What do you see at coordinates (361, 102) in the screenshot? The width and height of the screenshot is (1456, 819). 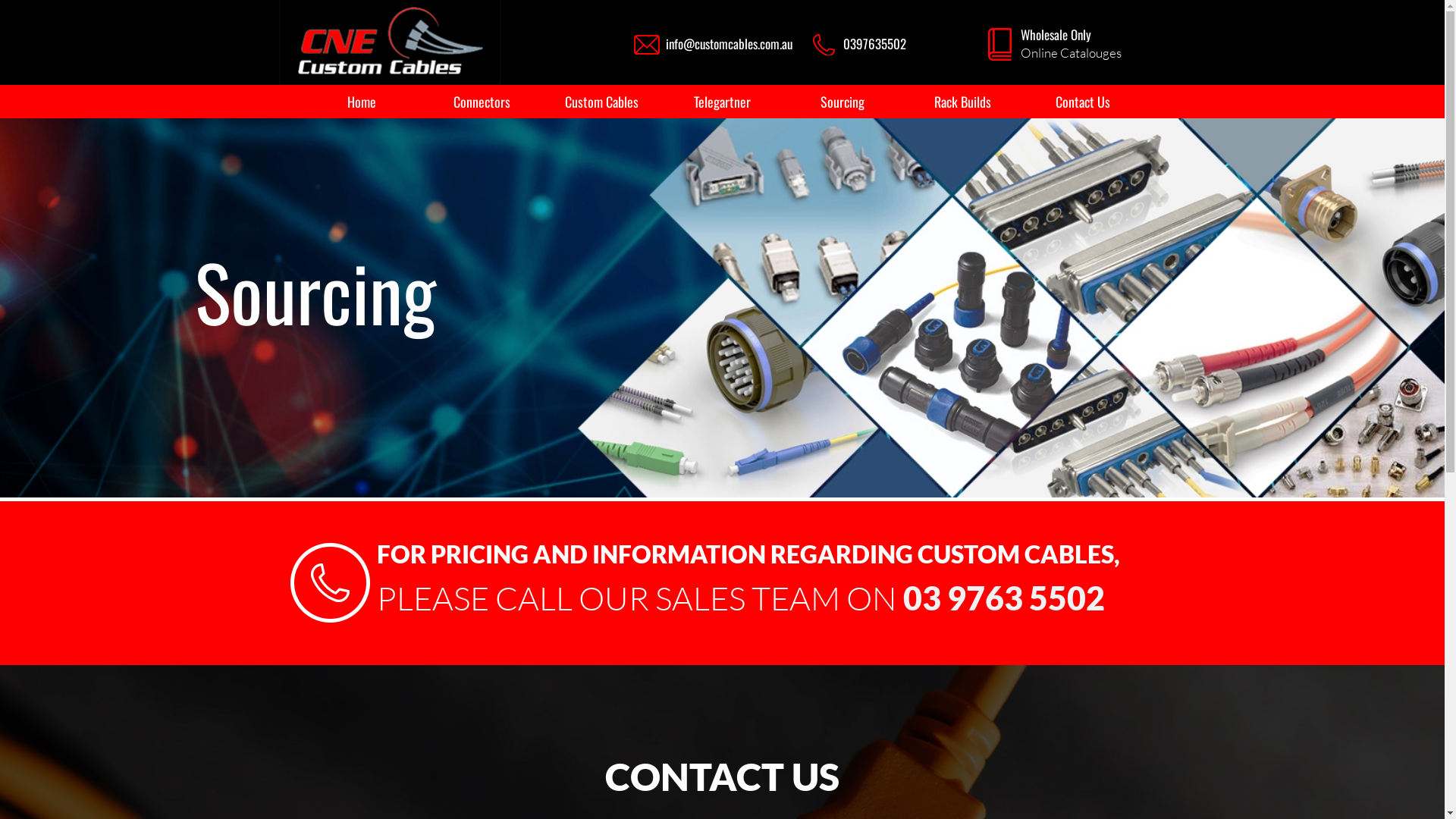 I see `'Home'` at bounding box center [361, 102].